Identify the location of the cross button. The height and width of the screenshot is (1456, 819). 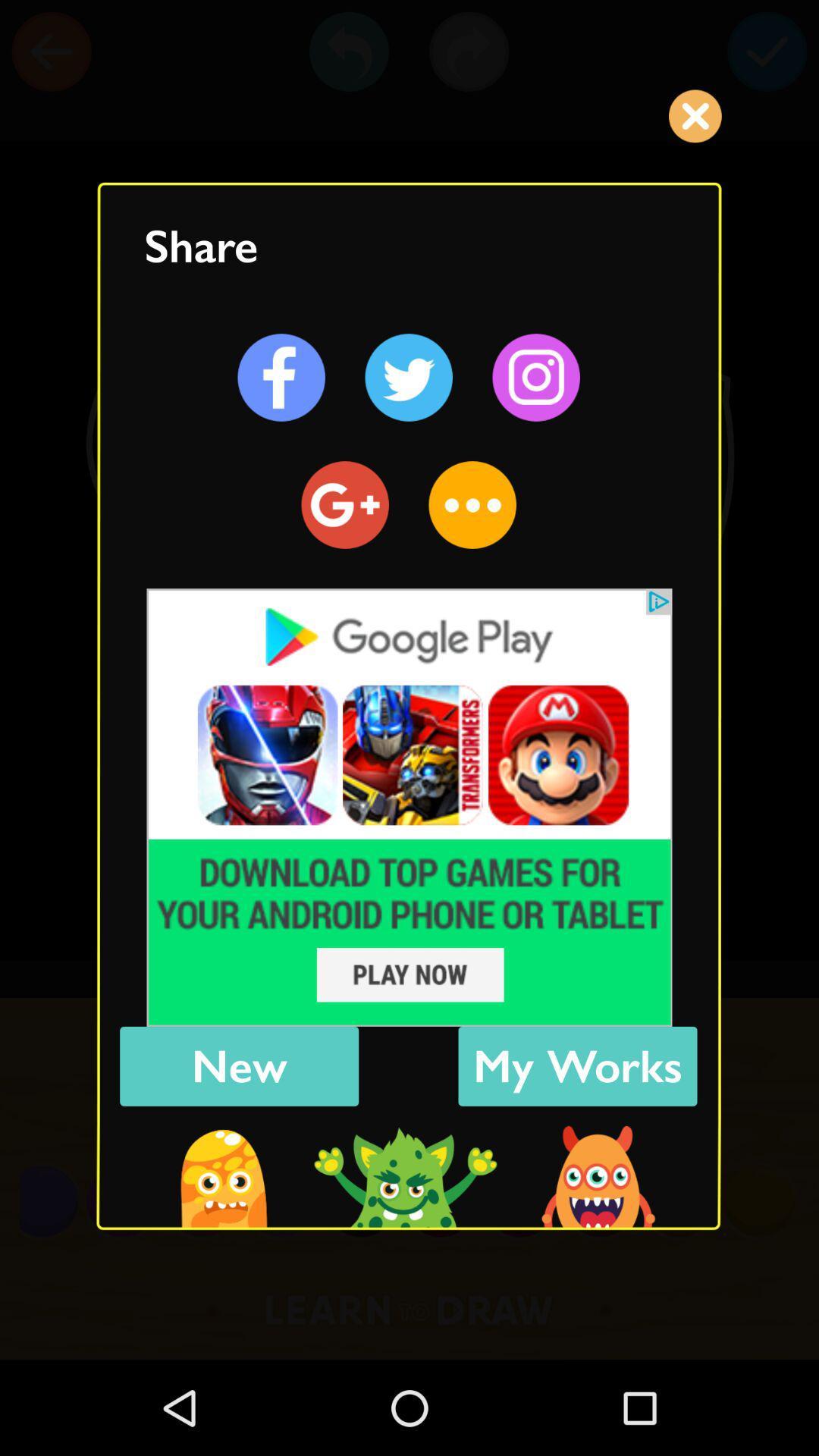
(695, 115).